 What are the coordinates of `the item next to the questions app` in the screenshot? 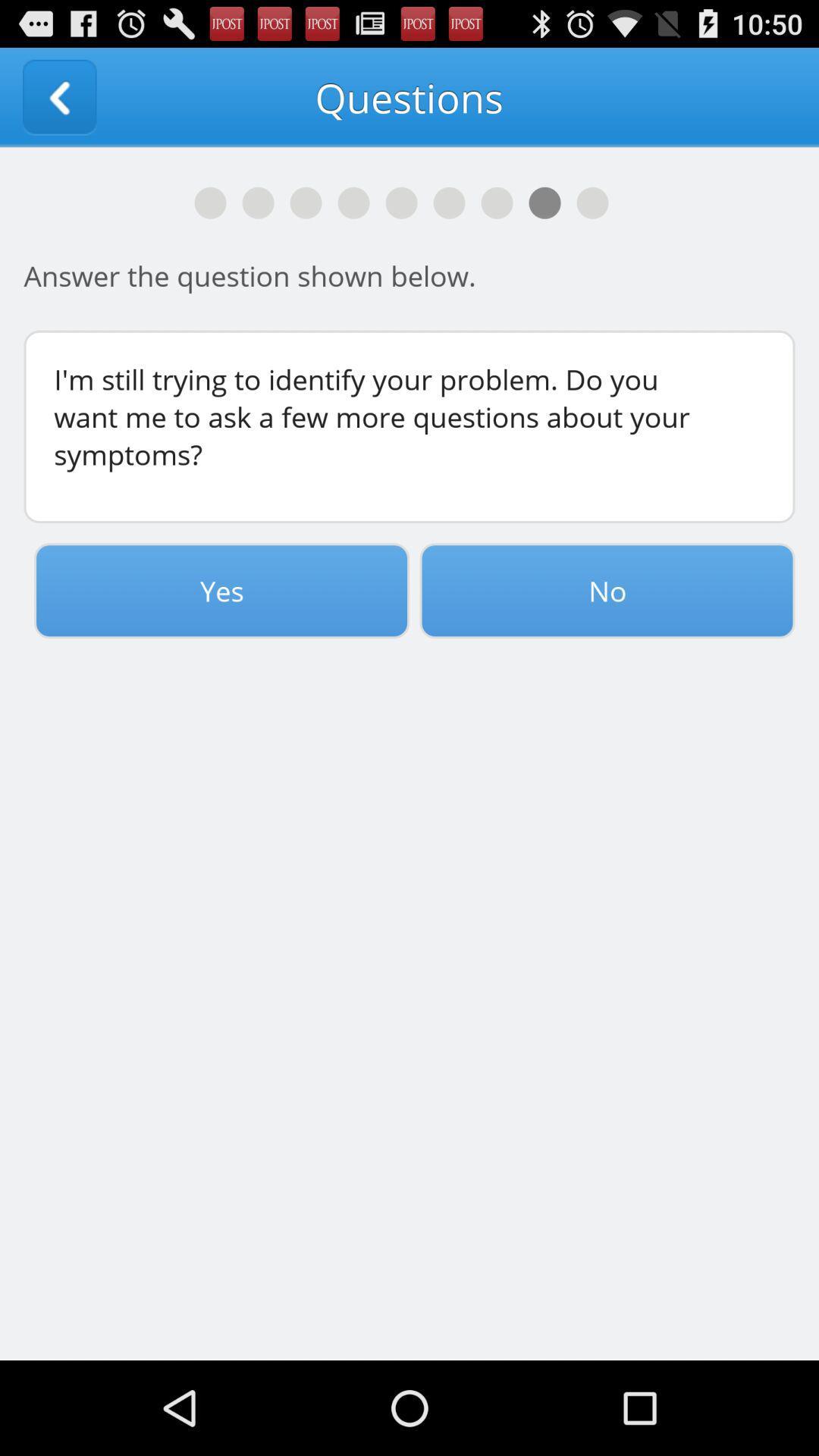 It's located at (58, 96).